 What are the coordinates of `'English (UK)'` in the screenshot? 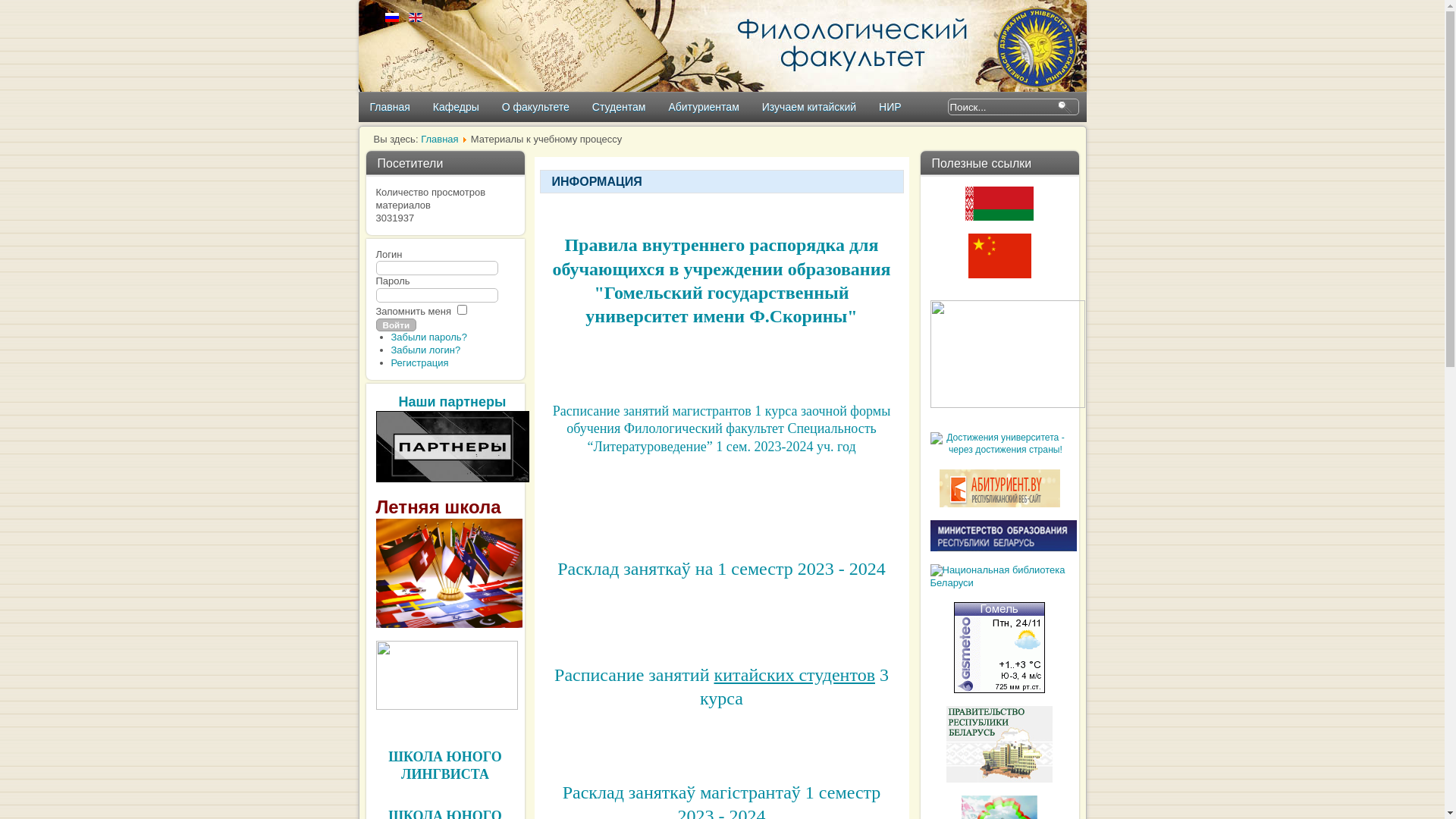 It's located at (415, 17).